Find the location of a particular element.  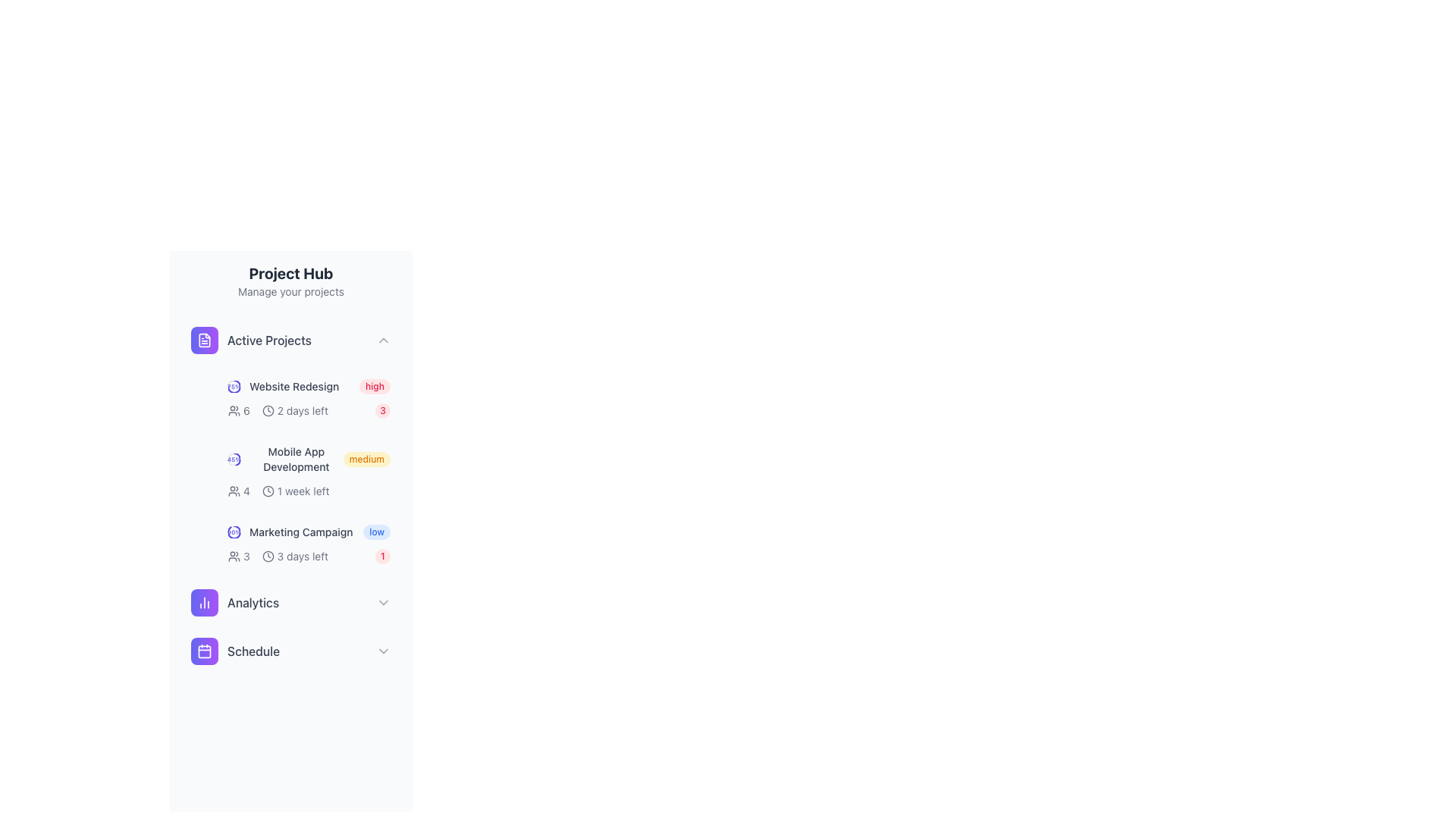

the third List Entry titled 'Marketing Campaign' with a percentage value of '90%' is located at coordinates (309, 532).